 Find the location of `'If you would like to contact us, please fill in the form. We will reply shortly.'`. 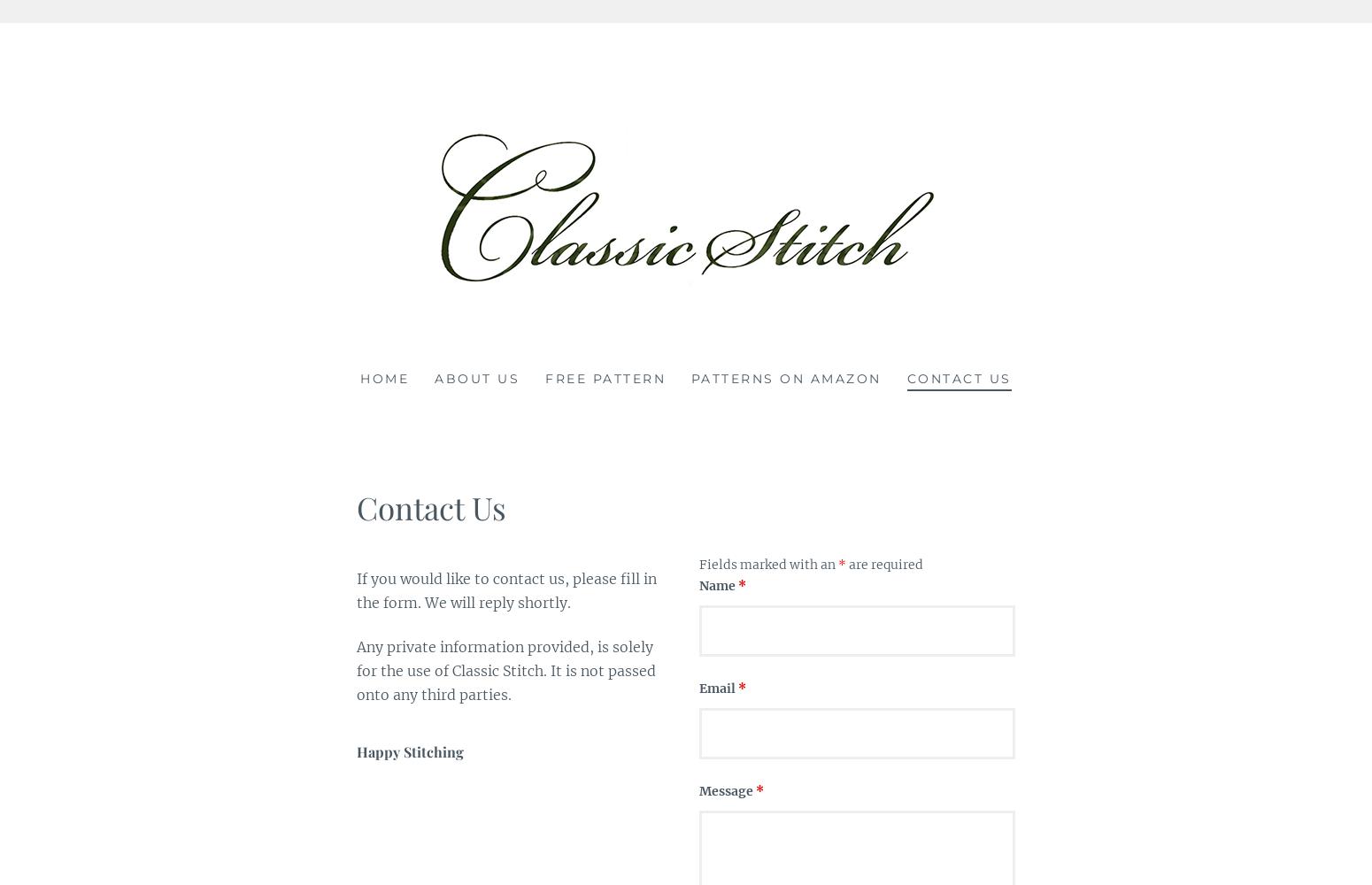

'If you would like to contact us, please fill in the form. We will reply shortly.' is located at coordinates (506, 590).